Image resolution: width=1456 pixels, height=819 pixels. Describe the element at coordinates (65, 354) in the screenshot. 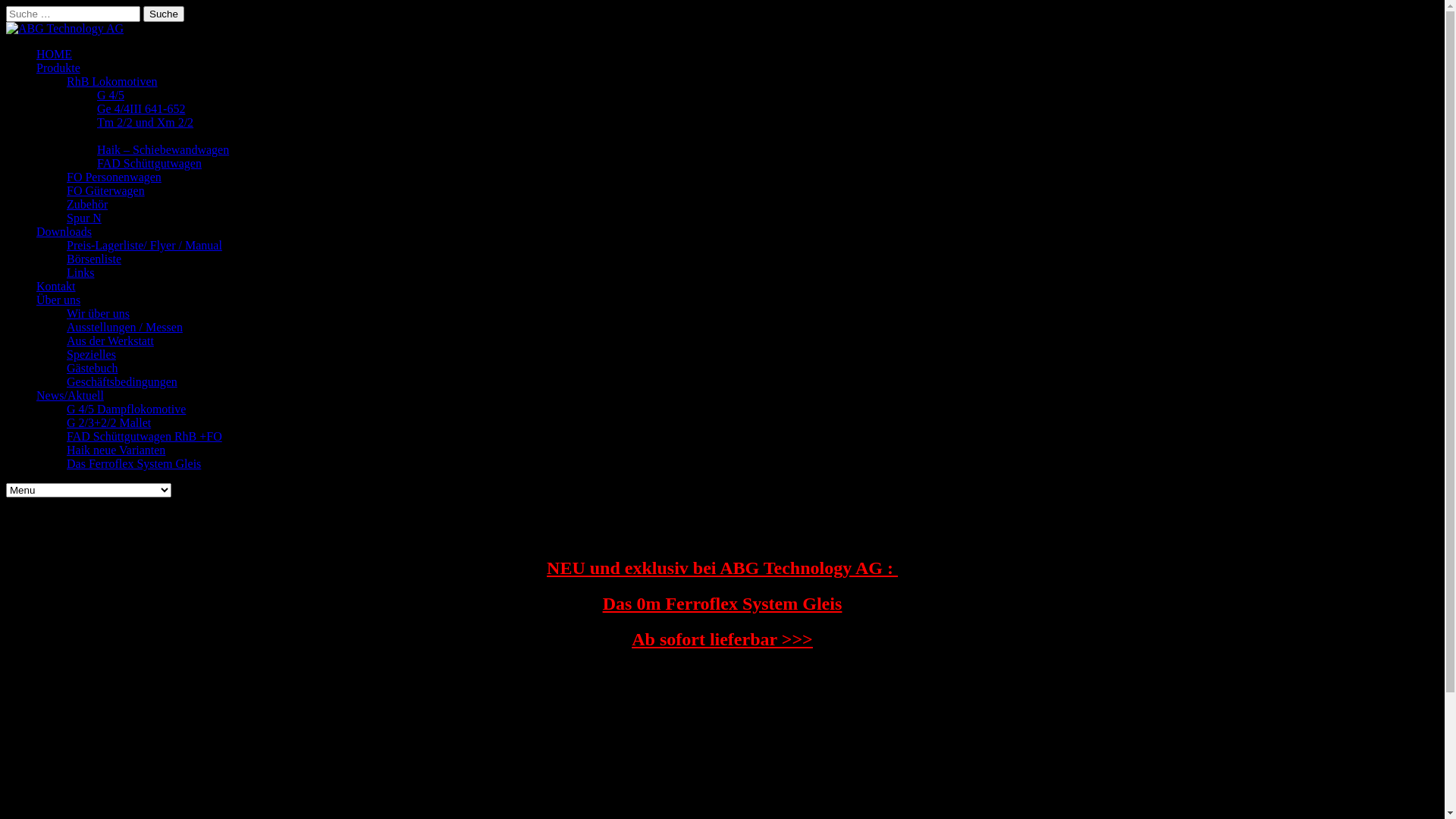

I see `'Spezielles'` at that location.